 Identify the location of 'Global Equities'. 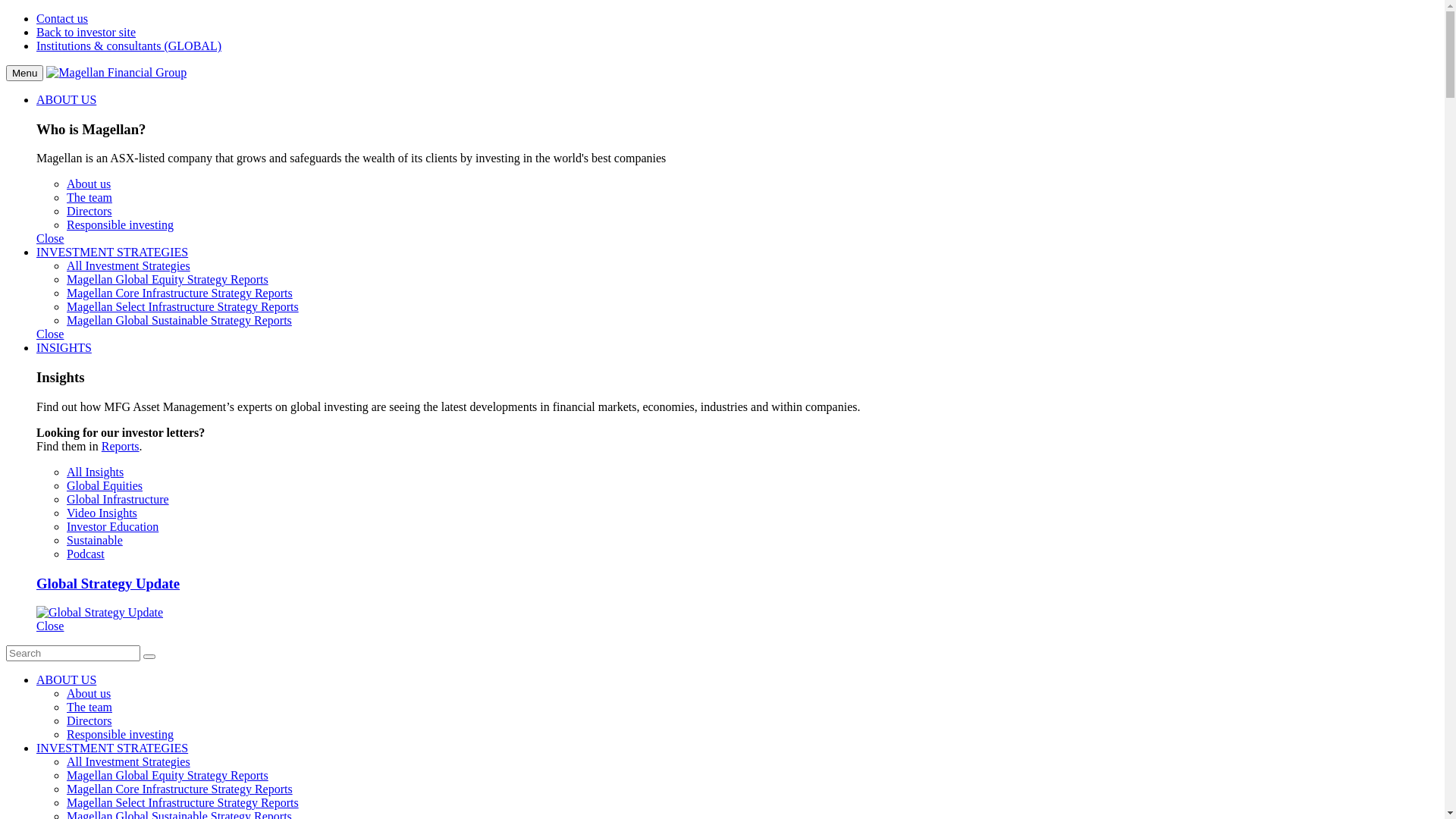
(104, 485).